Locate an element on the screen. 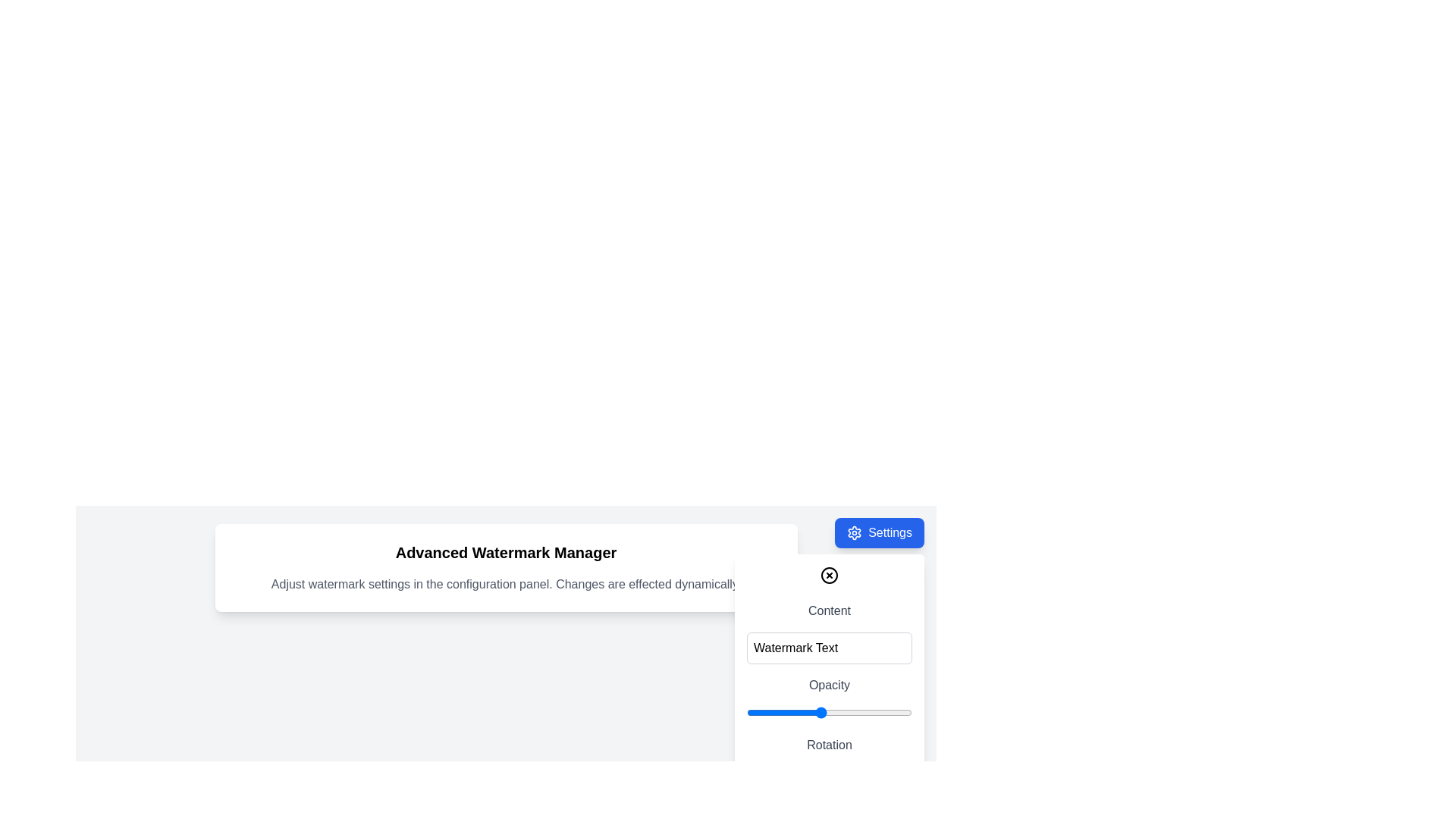  the rectangular text input box with rounded corners and a light gray border, which contains the default text 'Watermark Text', to focus it is located at coordinates (829, 648).